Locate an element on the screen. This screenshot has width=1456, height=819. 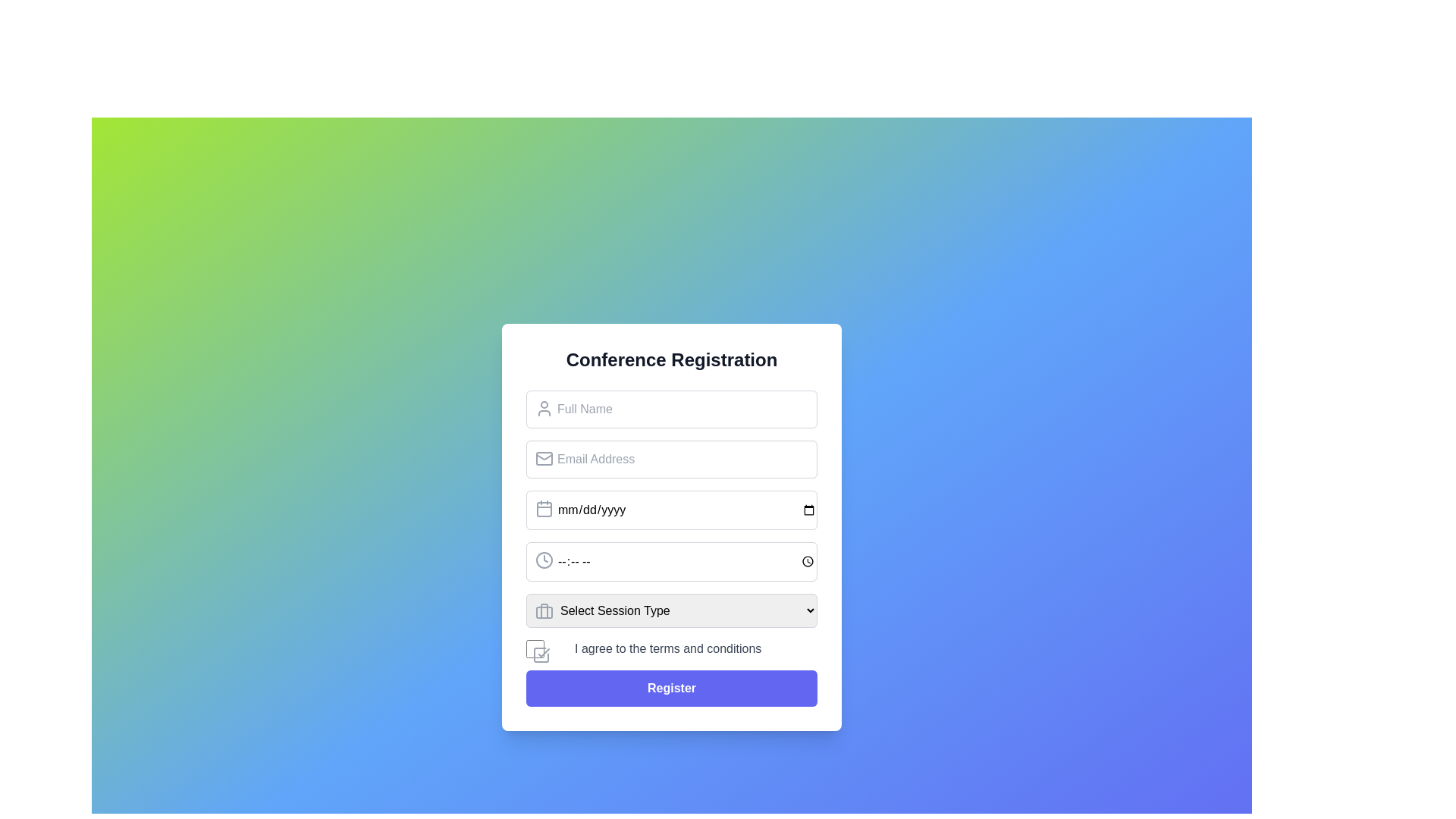
the icon representing the 'checked' state of the checkbox is located at coordinates (541, 654).